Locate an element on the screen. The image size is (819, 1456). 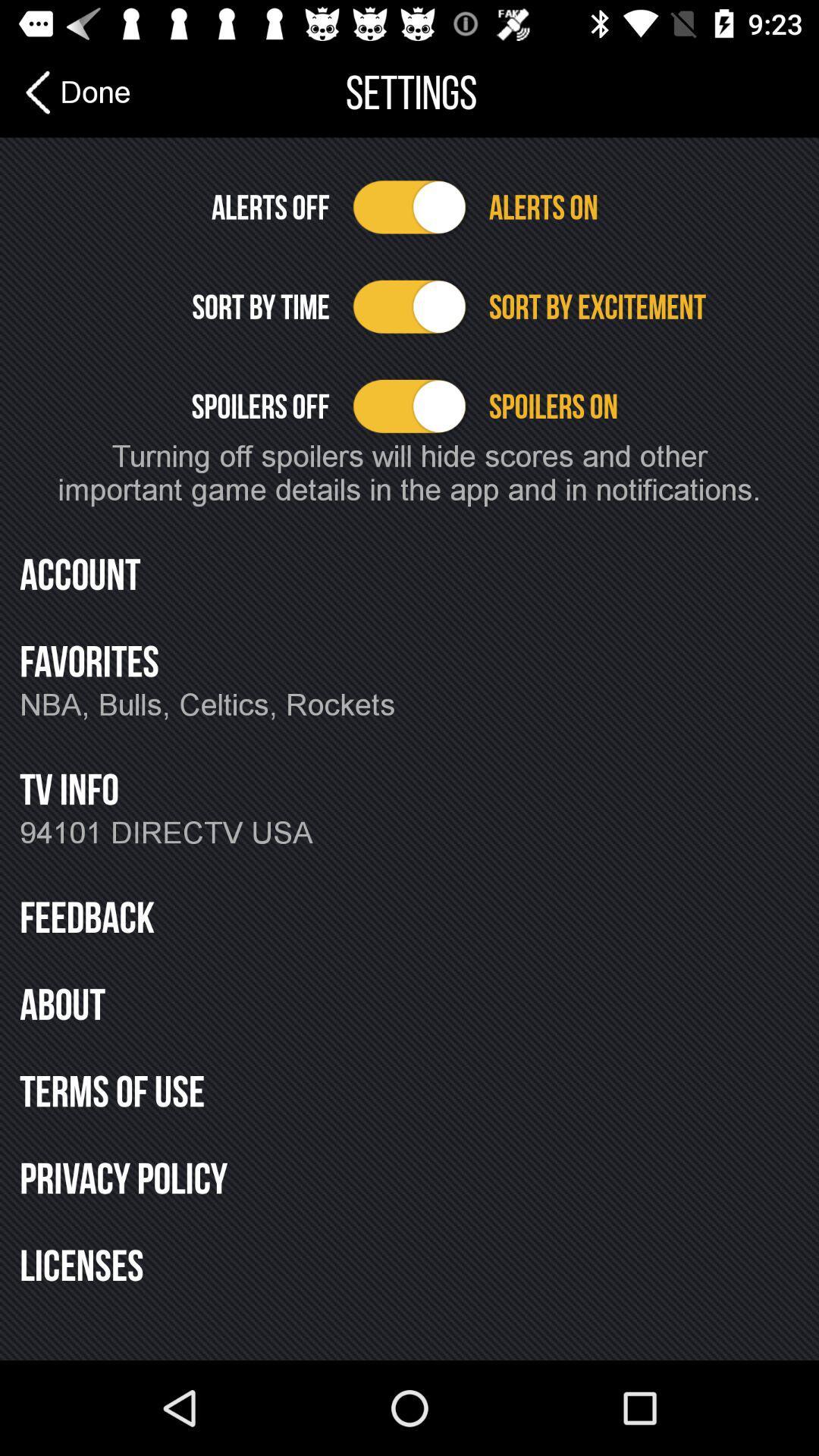
alerts off icon is located at coordinates (174, 206).